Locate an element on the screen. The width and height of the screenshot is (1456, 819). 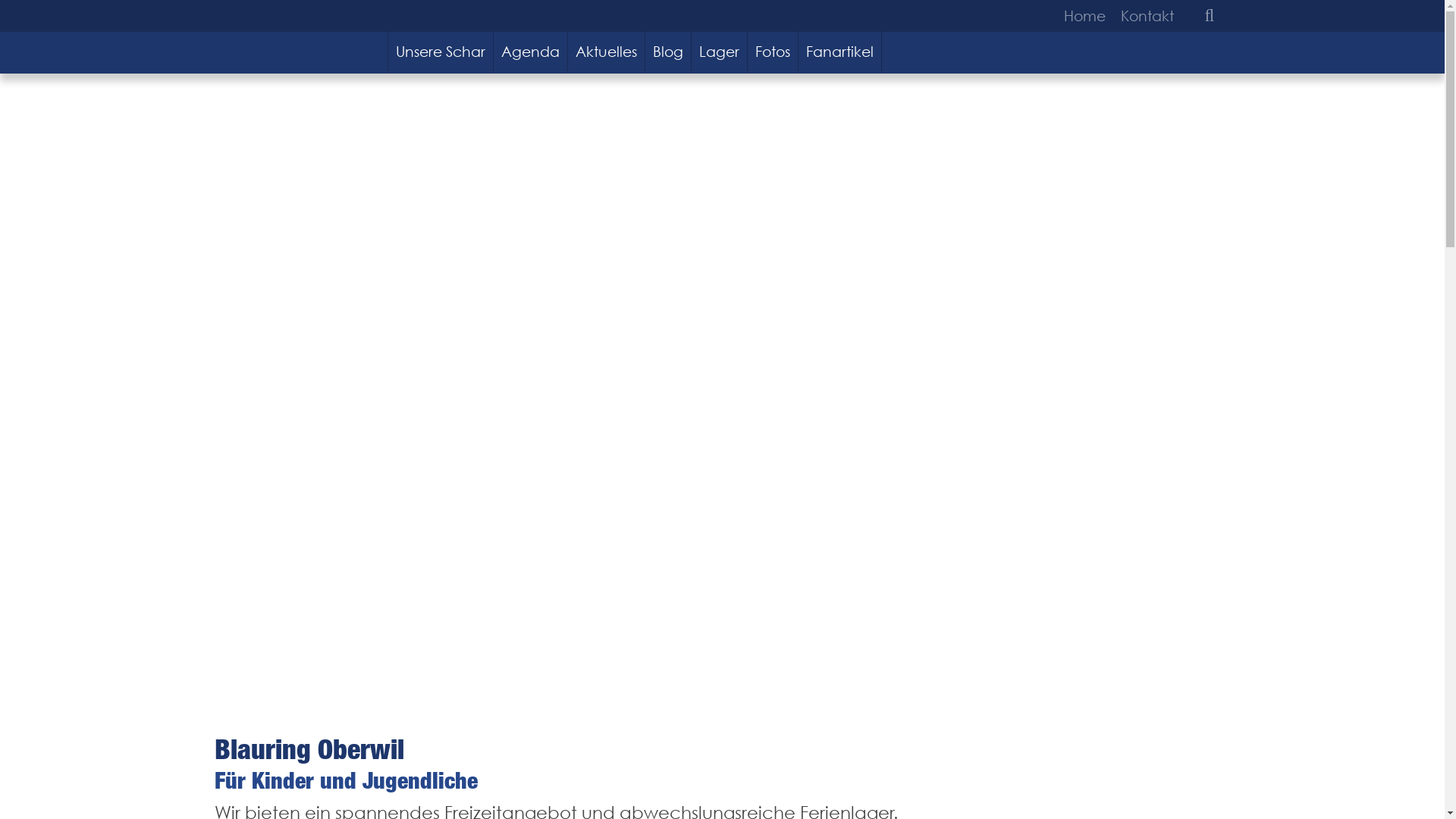
'Unsere Schar' is located at coordinates (439, 51).